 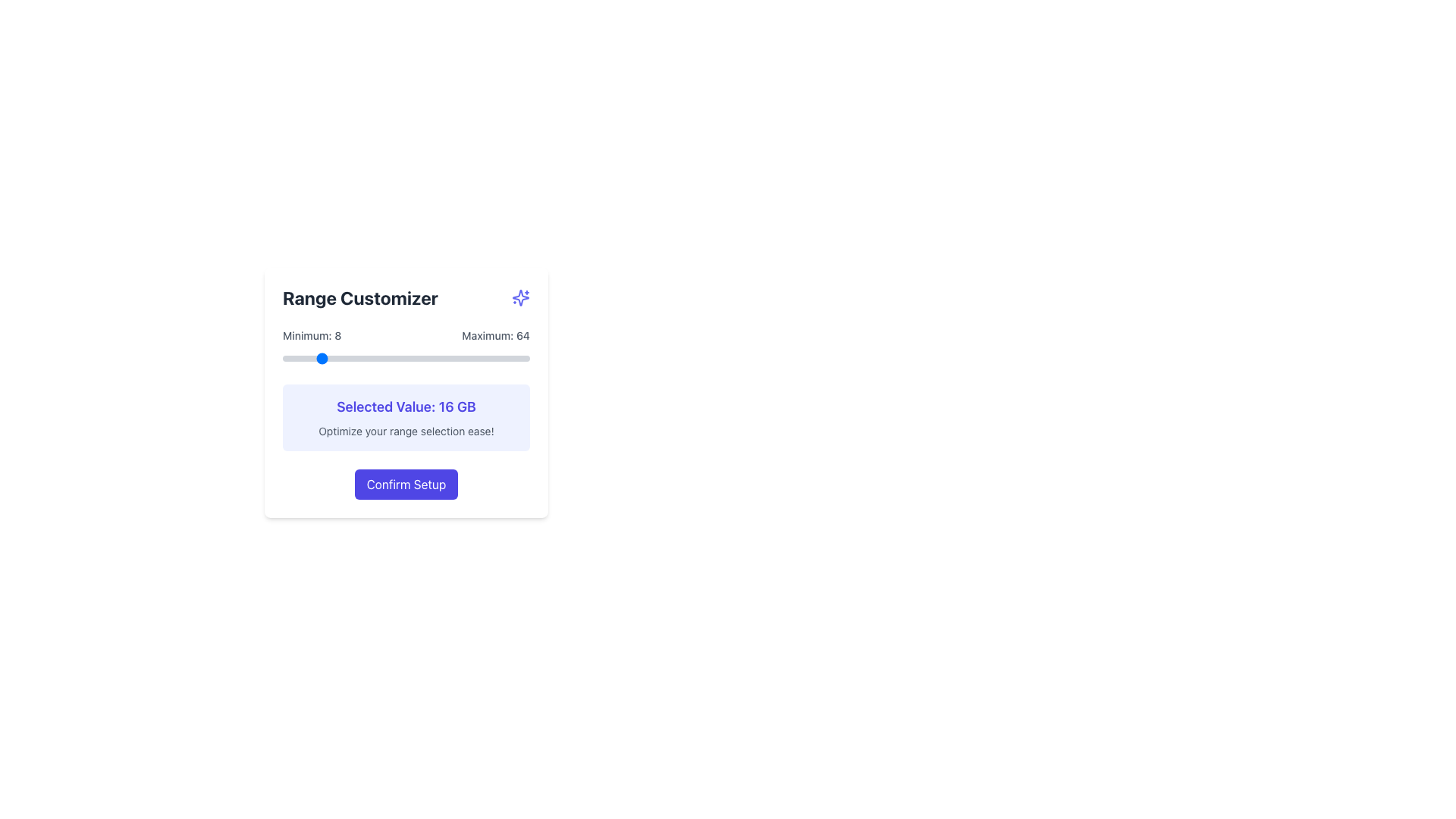 I want to click on the slider value, so click(x=402, y=359).